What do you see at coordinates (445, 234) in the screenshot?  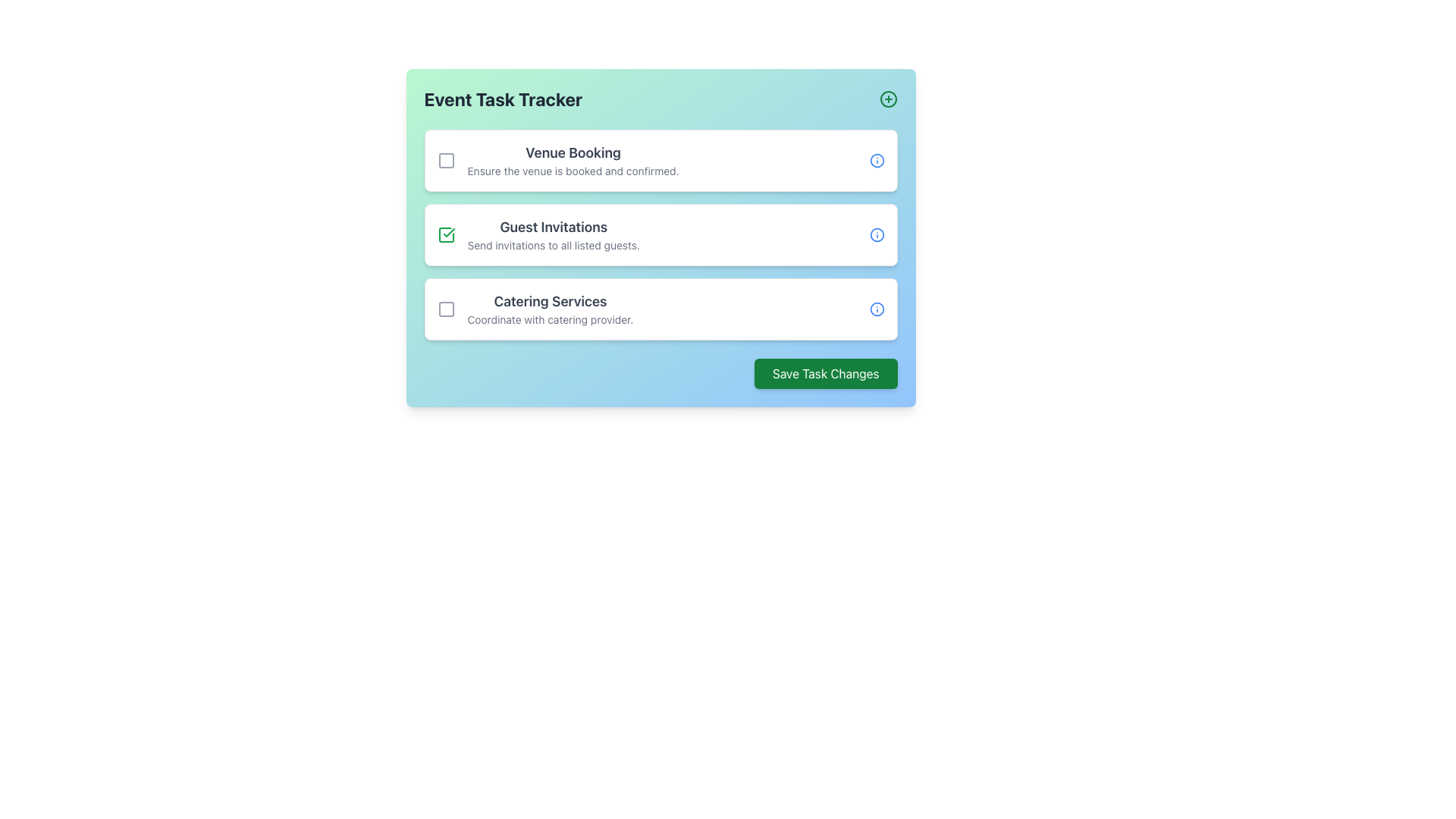 I see `the green checkbox icon with a checkmark inside it, which is the second in the list of tasks under 'Guest Invitations'` at bounding box center [445, 234].